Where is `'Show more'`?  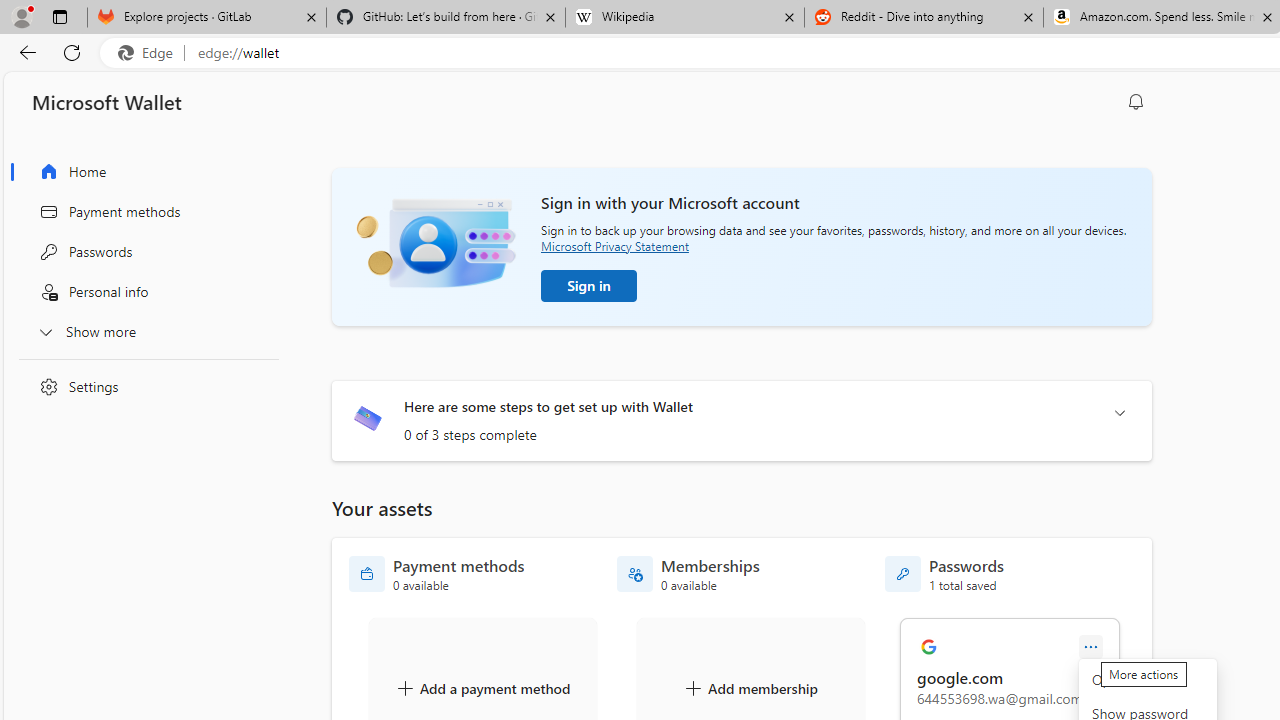
'Show more' is located at coordinates (143, 330).